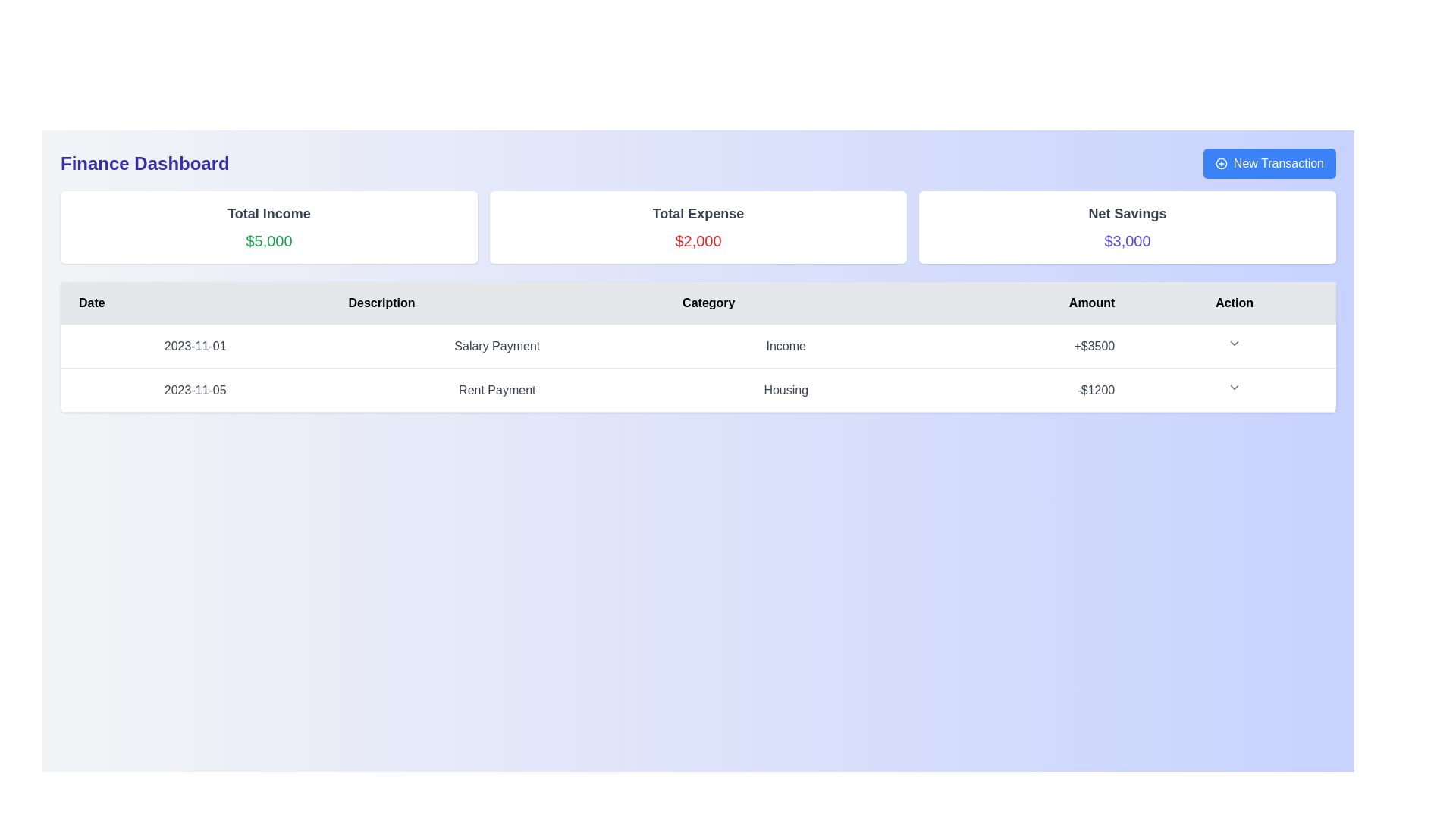  Describe the element at coordinates (786, 389) in the screenshot. I see `text content of the label displaying 'Housing' which is located in the third column of the row labeled '2023-11-05 Rent Payment -$1200'` at that location.